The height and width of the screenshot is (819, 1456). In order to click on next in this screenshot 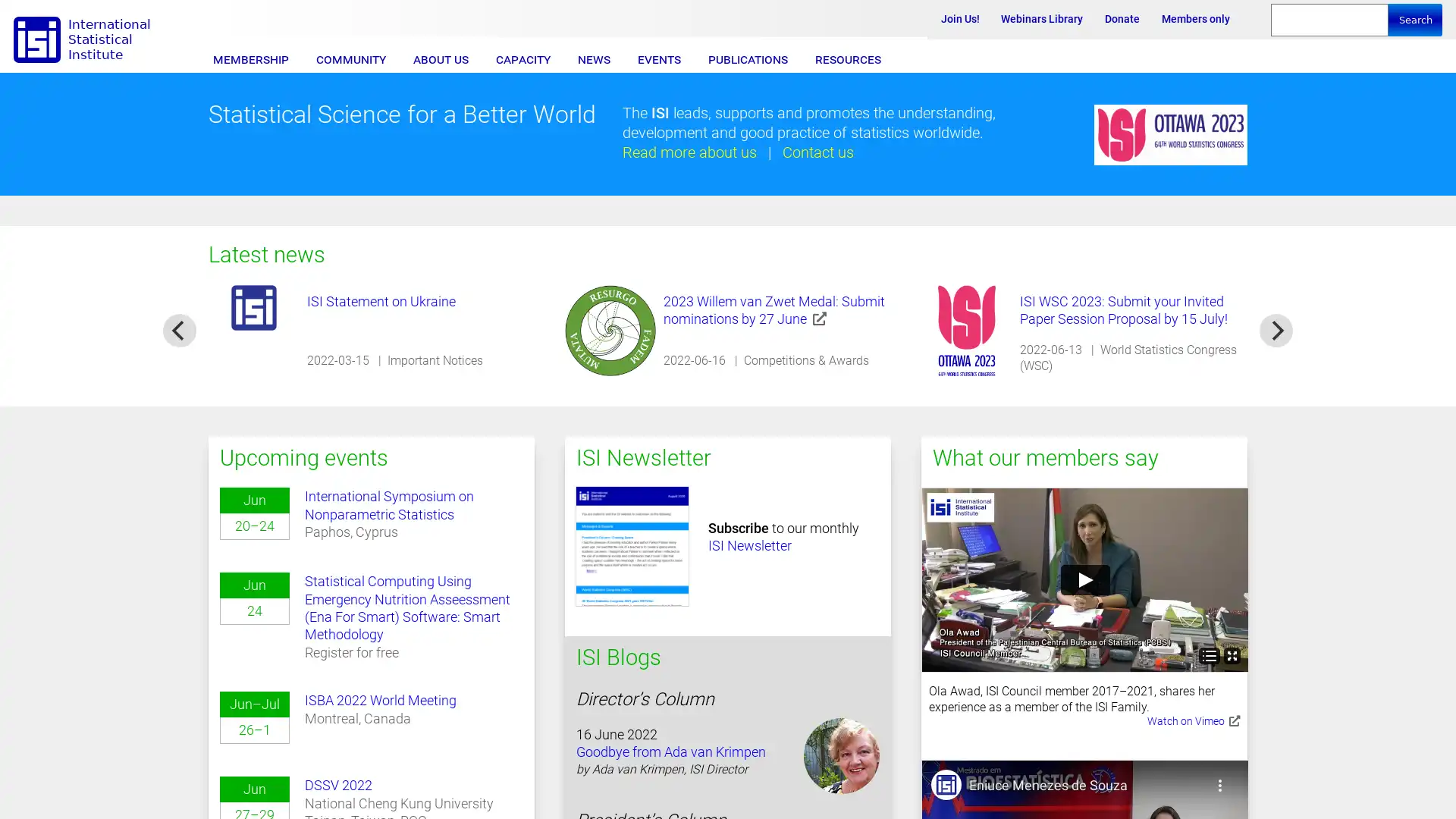, I will do `click(1276, 329)`.